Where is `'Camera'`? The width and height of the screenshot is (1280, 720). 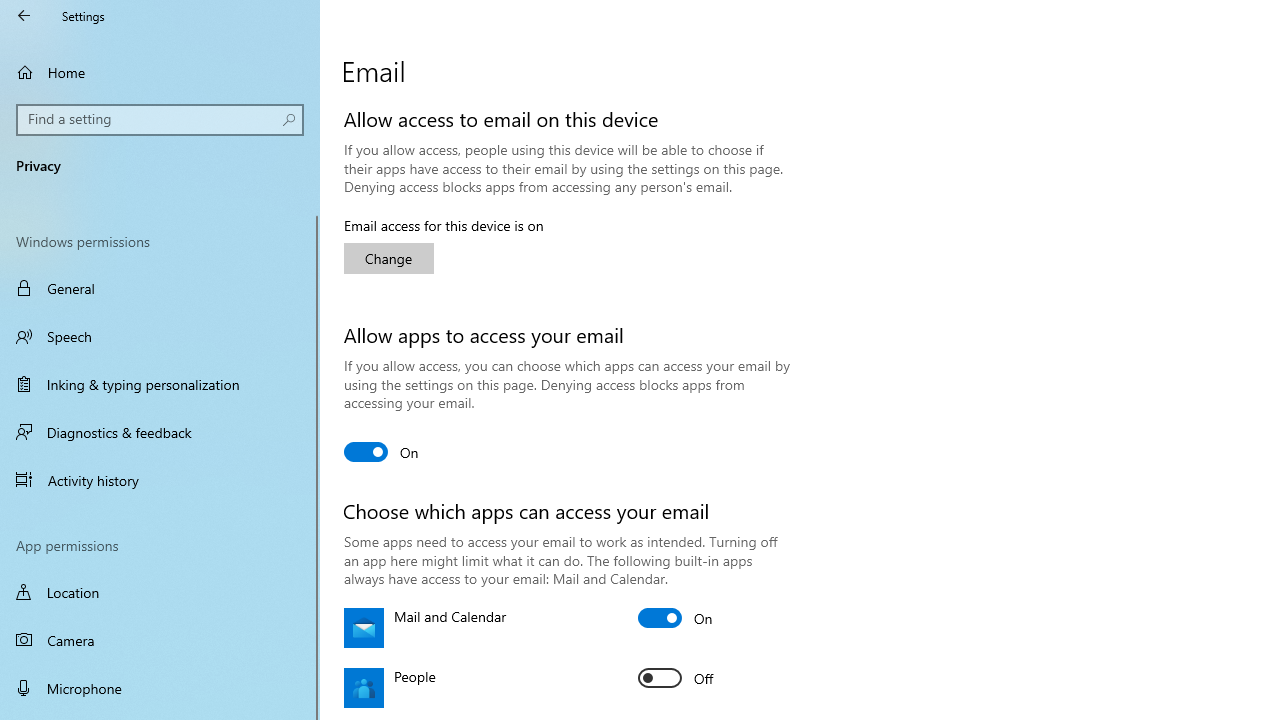
'Camera' is located at coordinates (160, 640).